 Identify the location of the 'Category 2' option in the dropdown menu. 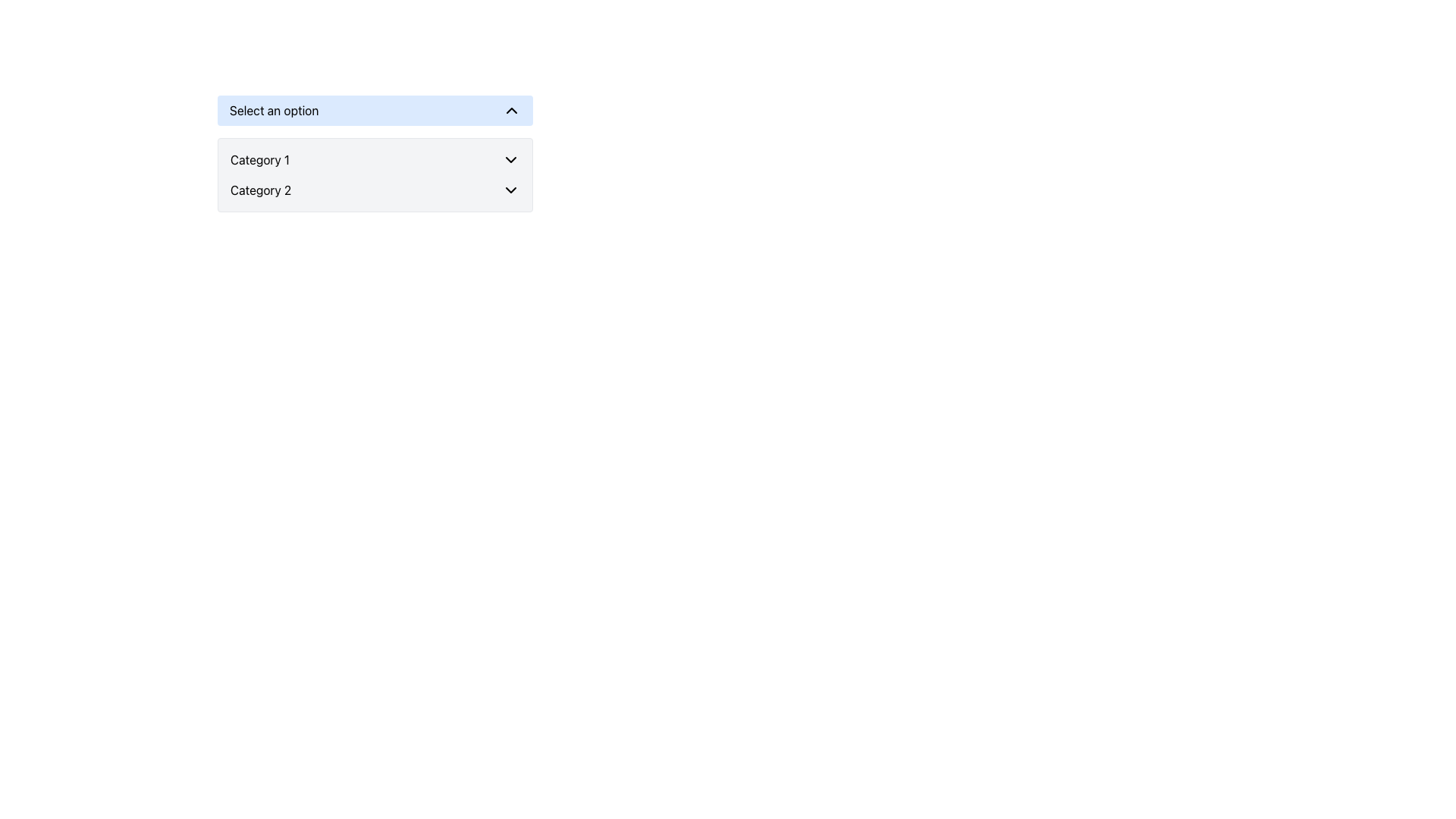
(375, 189).